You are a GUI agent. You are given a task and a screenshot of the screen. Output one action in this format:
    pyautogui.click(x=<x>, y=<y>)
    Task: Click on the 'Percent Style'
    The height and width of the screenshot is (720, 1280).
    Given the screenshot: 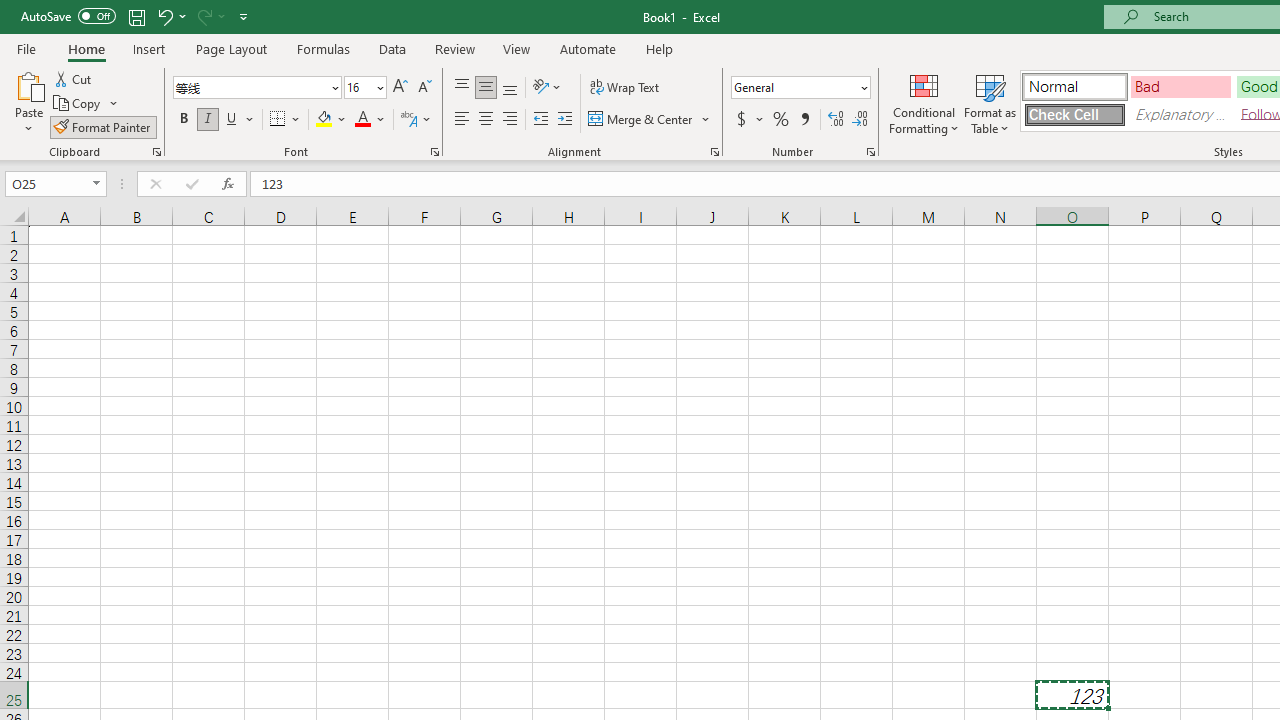 What is the action you would take?
    pyautogui.click(x=780, y=119)
    